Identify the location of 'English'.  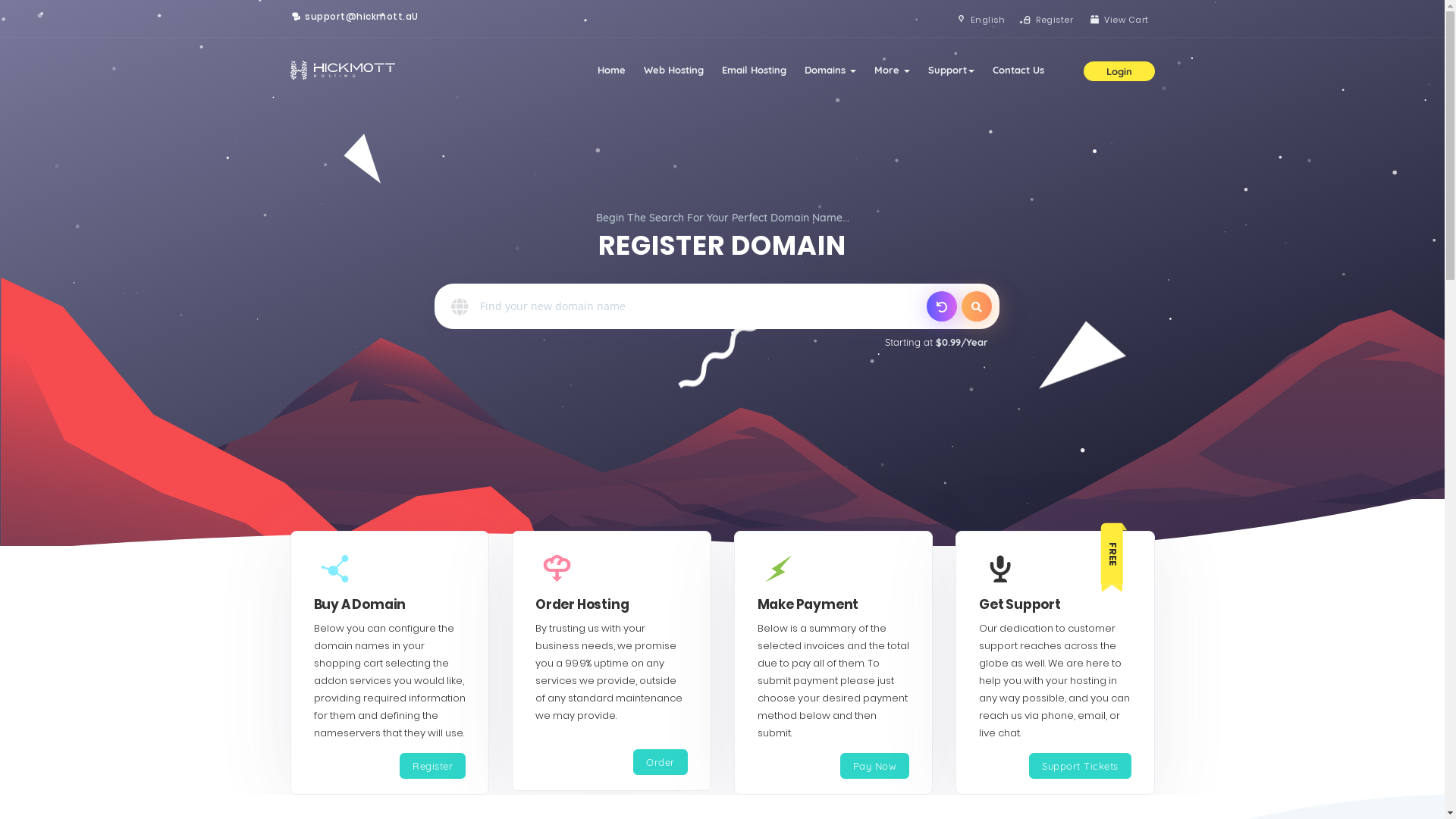
(948, 20).